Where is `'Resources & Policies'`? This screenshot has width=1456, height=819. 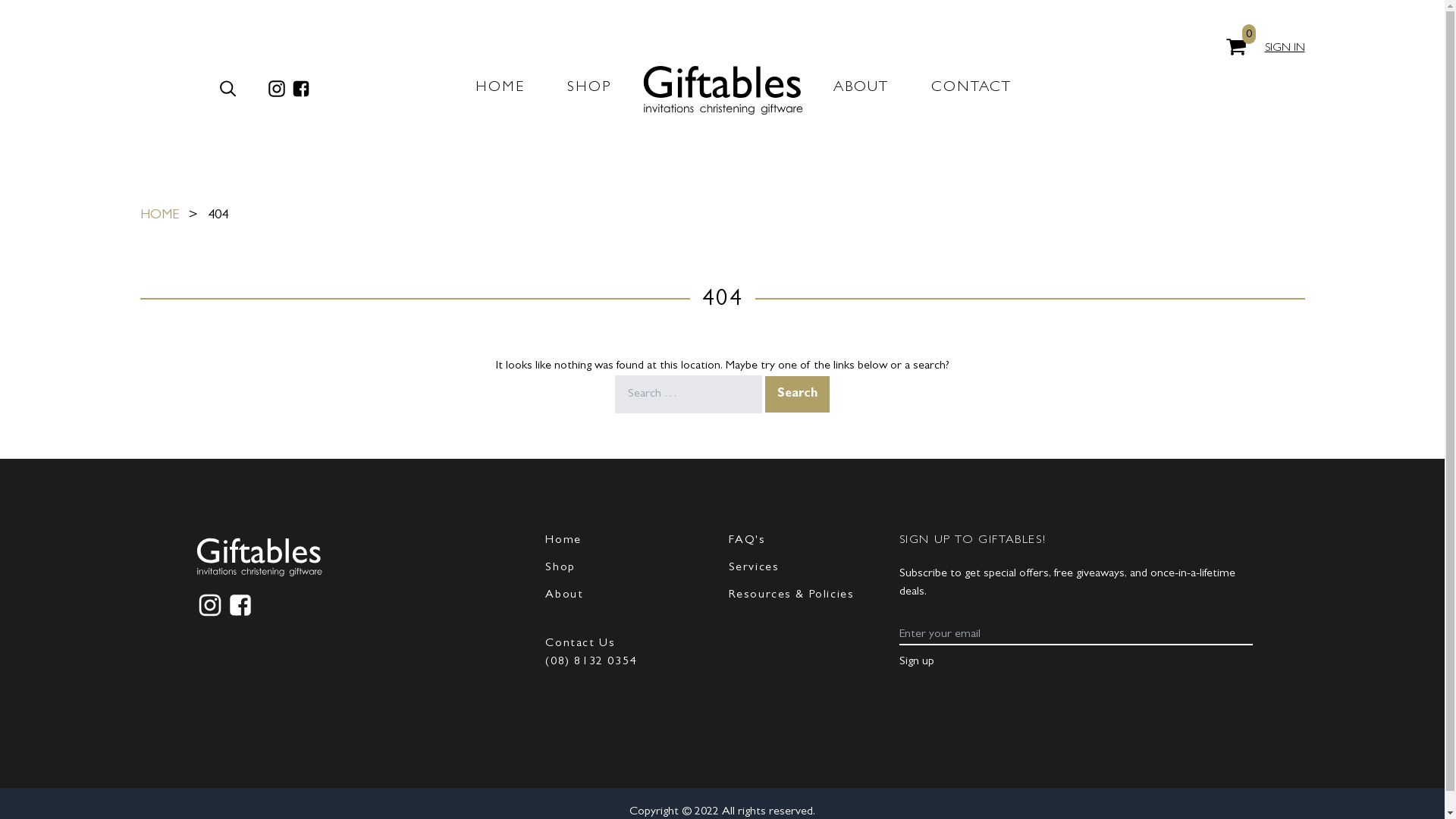
'Resources & Policies' is located at coordinates (789, 595).